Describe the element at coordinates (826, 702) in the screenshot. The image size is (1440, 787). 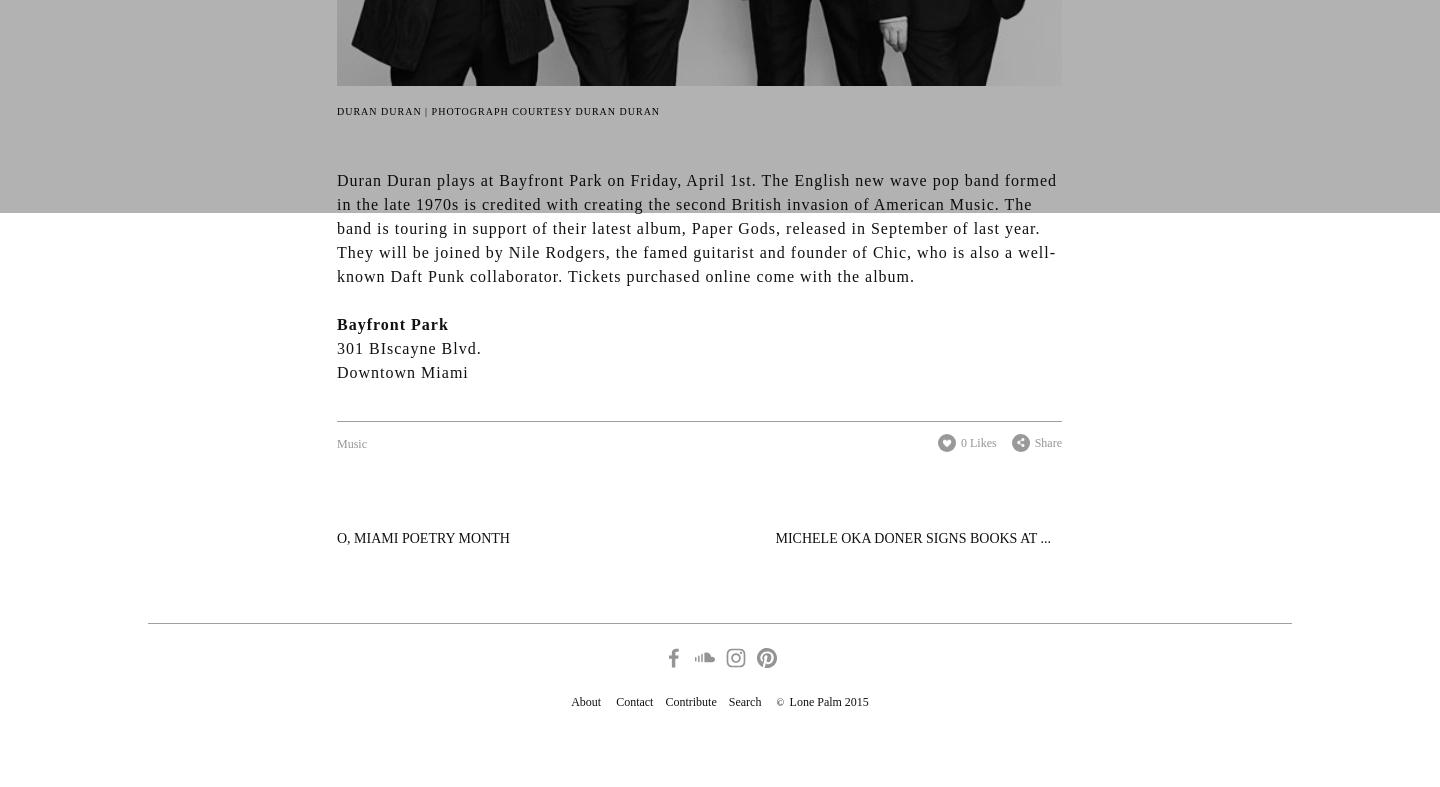
I see `'Lone Palm 2015'` at that location.